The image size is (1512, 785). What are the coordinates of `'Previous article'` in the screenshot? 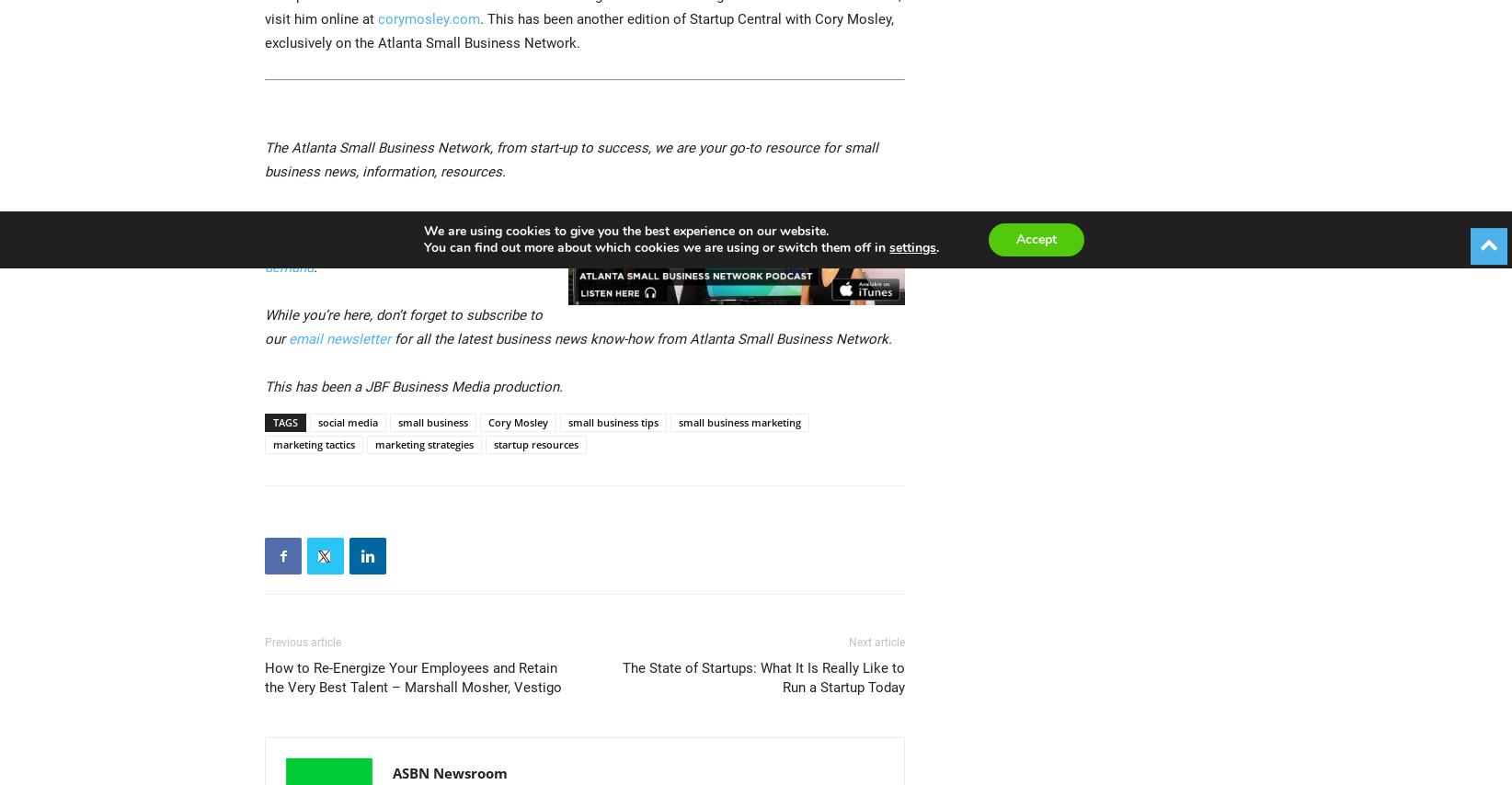 It's located at (265, 641).